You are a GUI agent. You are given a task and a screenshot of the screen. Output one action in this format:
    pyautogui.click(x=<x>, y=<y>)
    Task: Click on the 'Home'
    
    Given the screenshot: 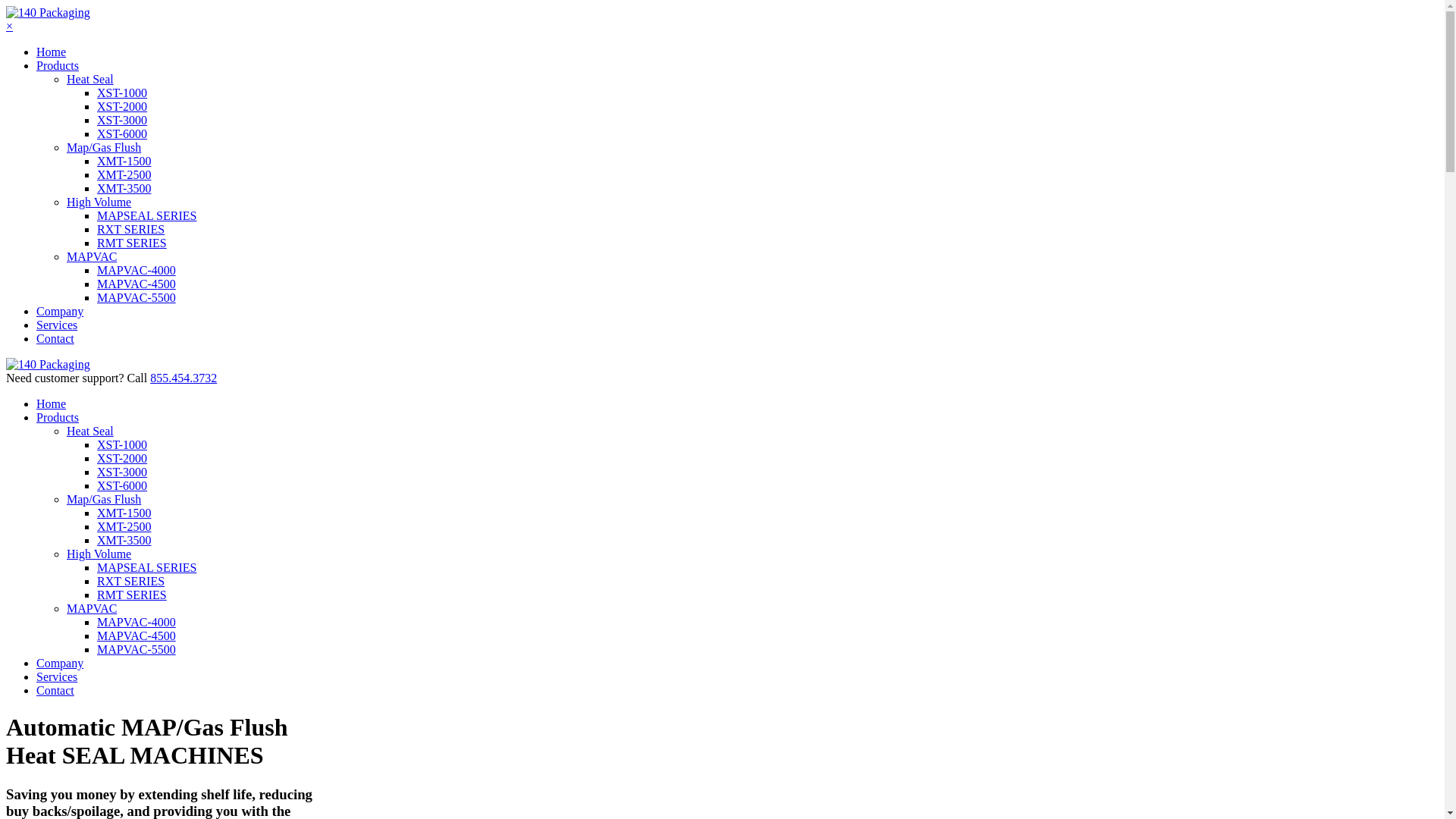 What is the action you would take?
    pyautogui.click(x=51, y=51)
    